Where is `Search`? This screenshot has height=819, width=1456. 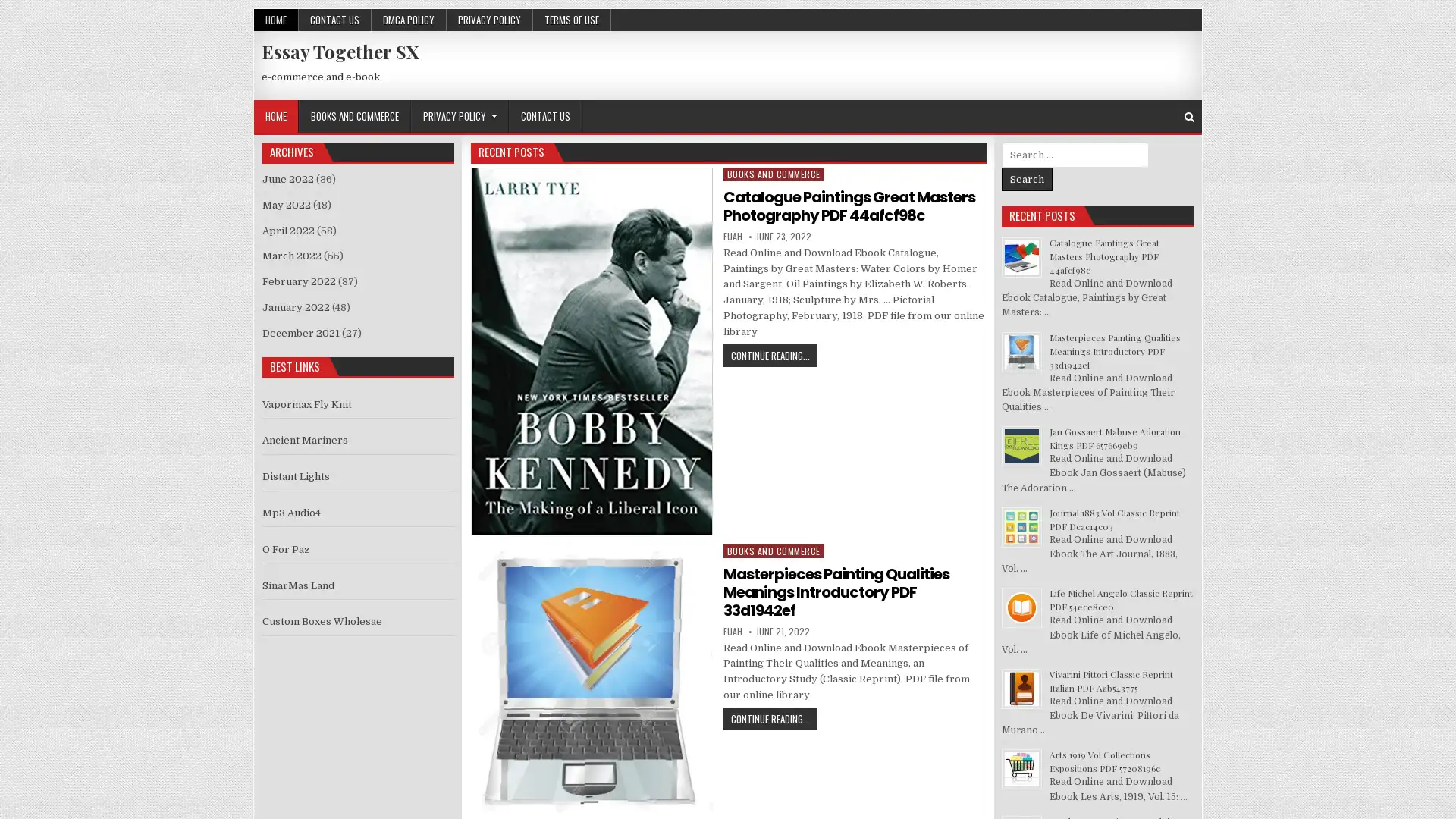 Search is located at coordinates (1027, 178).